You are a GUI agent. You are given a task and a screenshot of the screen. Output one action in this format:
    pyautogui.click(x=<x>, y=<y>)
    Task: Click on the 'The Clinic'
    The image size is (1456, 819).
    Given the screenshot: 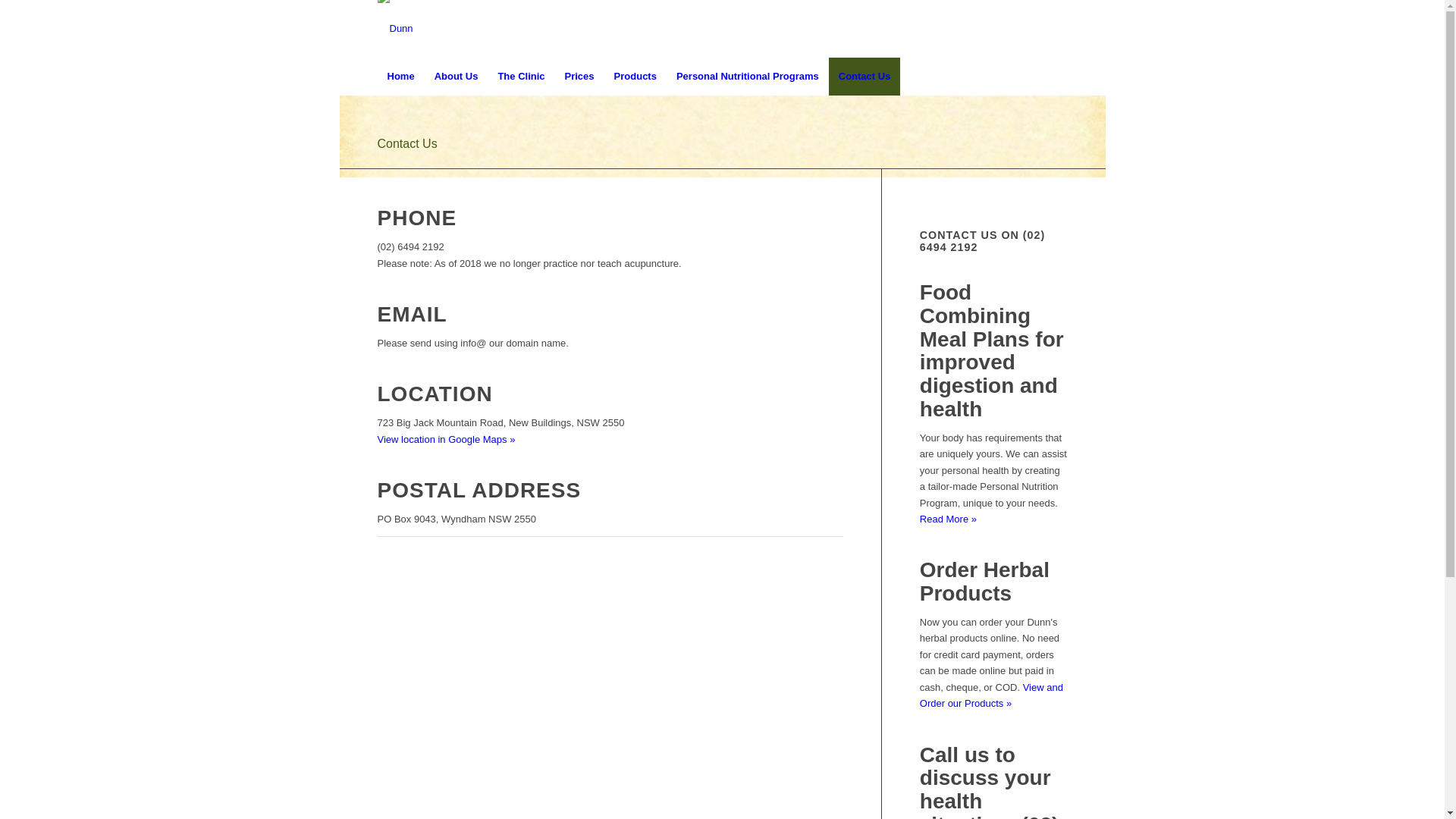 What is the action you would take?
    pyautogui.click(x=520, y=76)
    